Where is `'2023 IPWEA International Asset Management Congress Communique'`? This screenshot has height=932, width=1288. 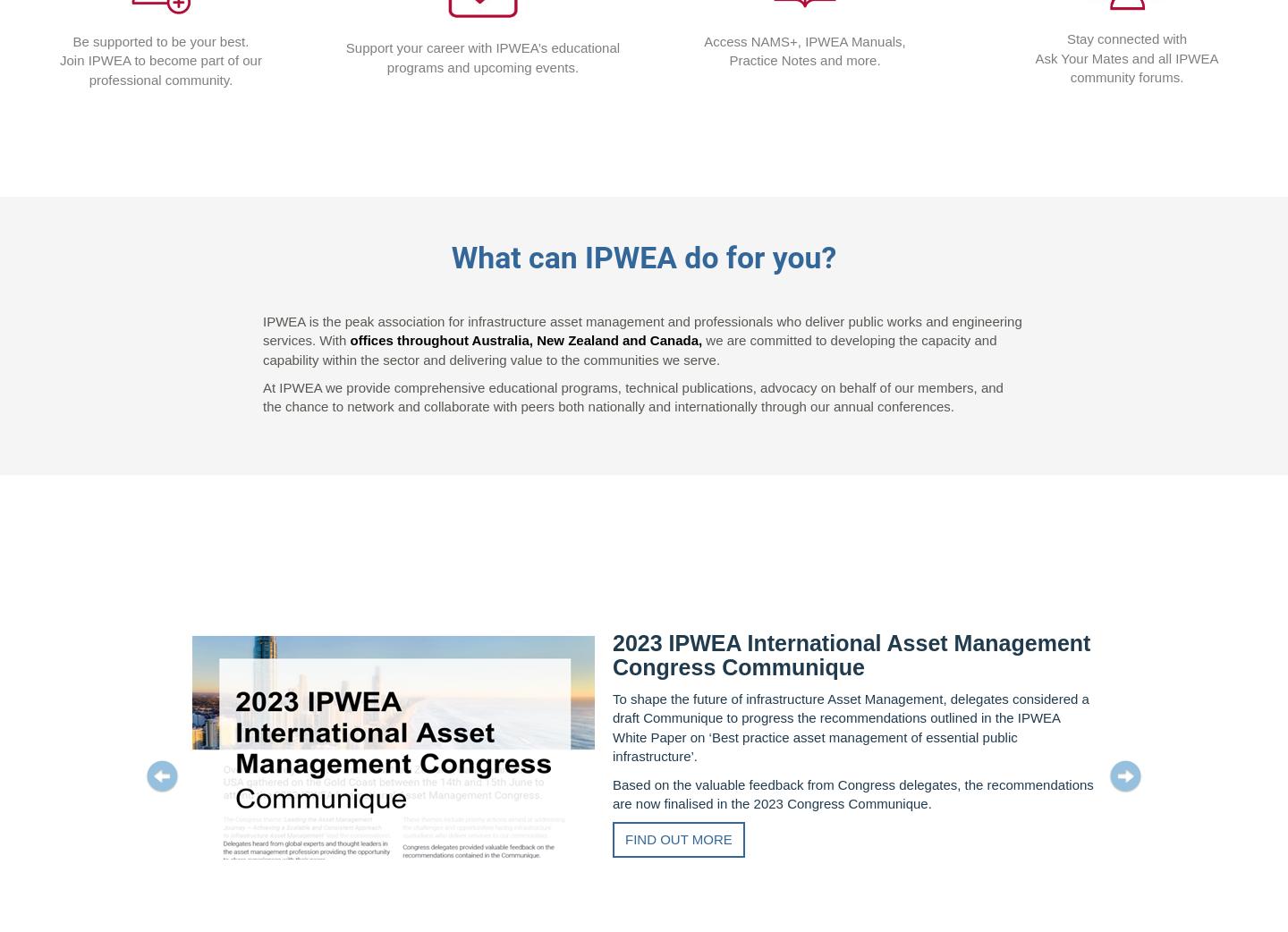
'2023 IPWEA International Asset Management Congress Communique' is located at coordinates (851, 654).